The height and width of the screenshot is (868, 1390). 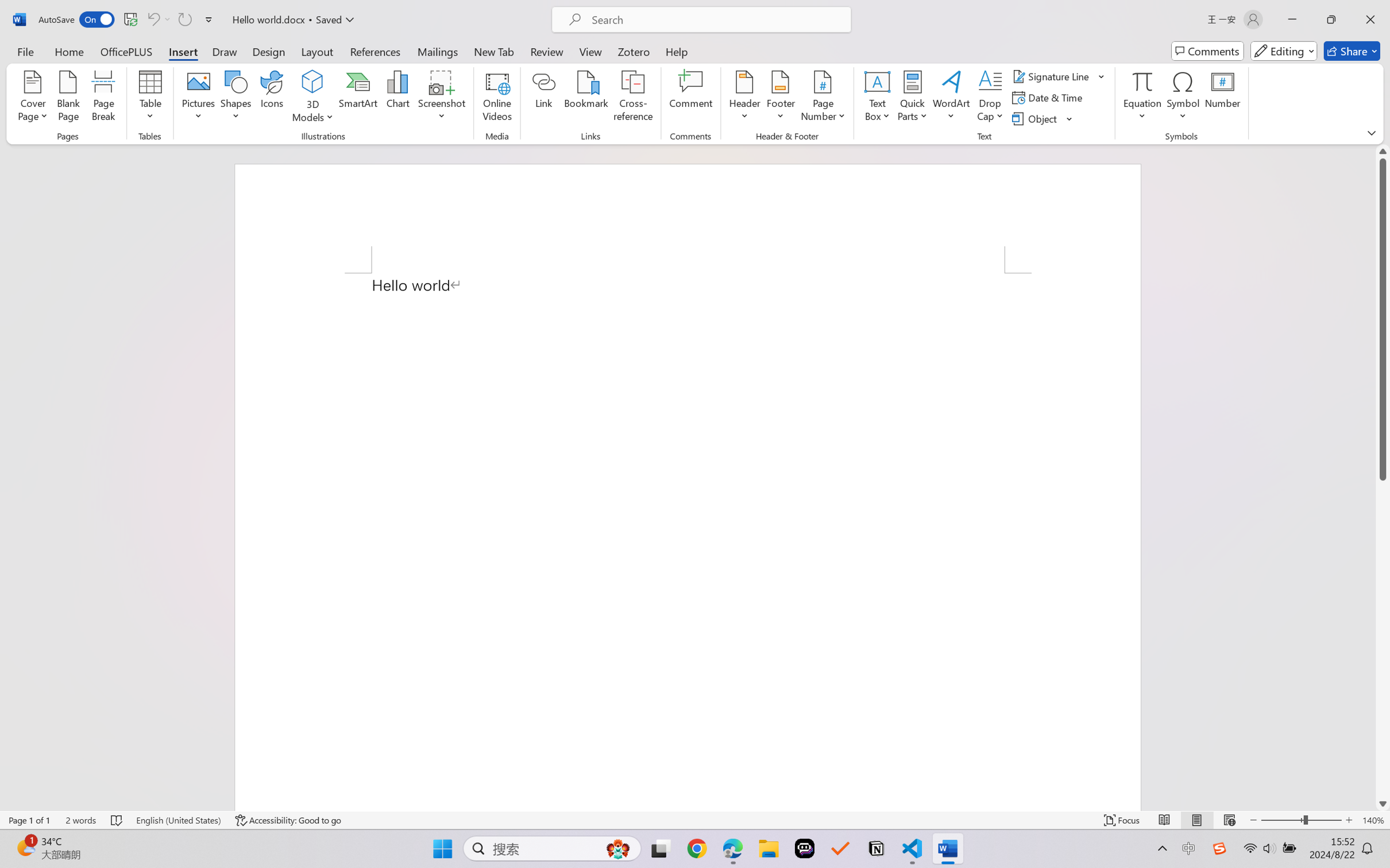 What do you see at coordinates (182, 51) in the screenshot?
I see `'Insert'` at bounding box center [182, 51].